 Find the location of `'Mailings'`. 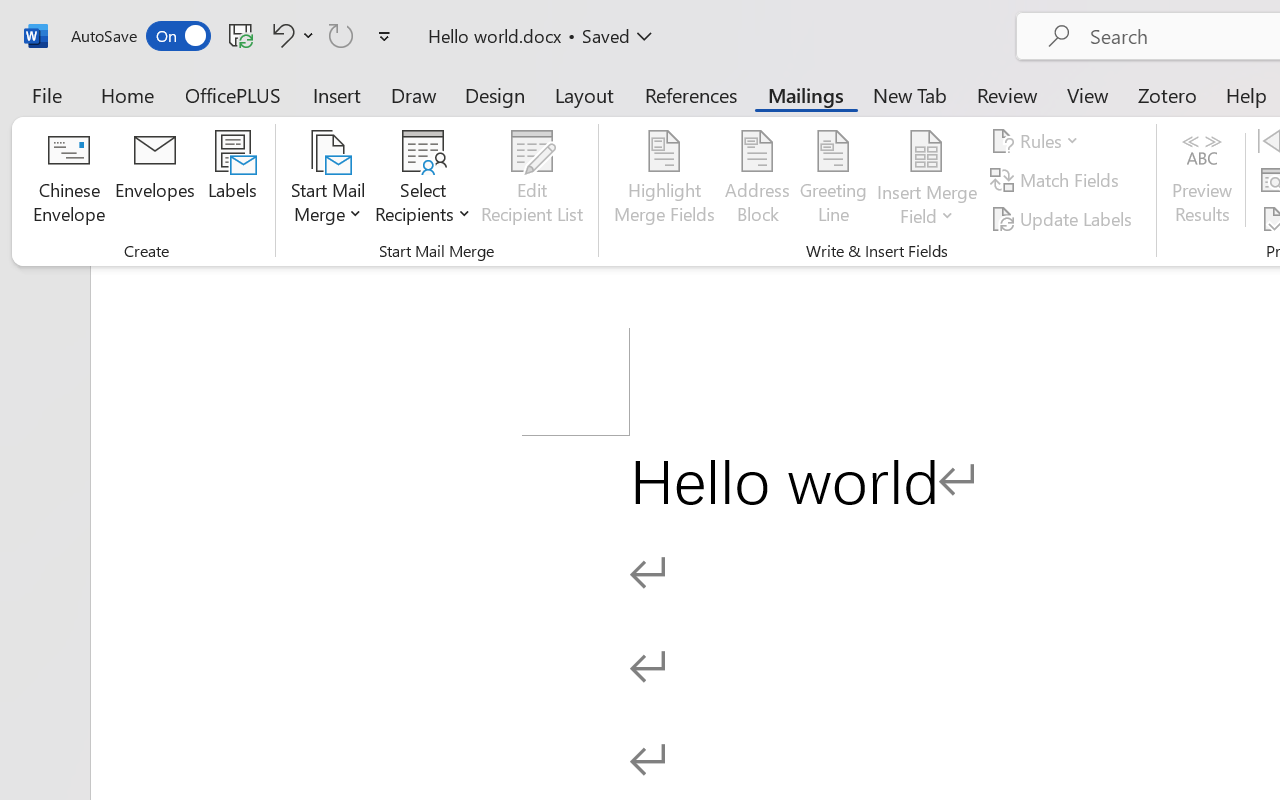

'Mailings' is located at coordinates (806, 94).